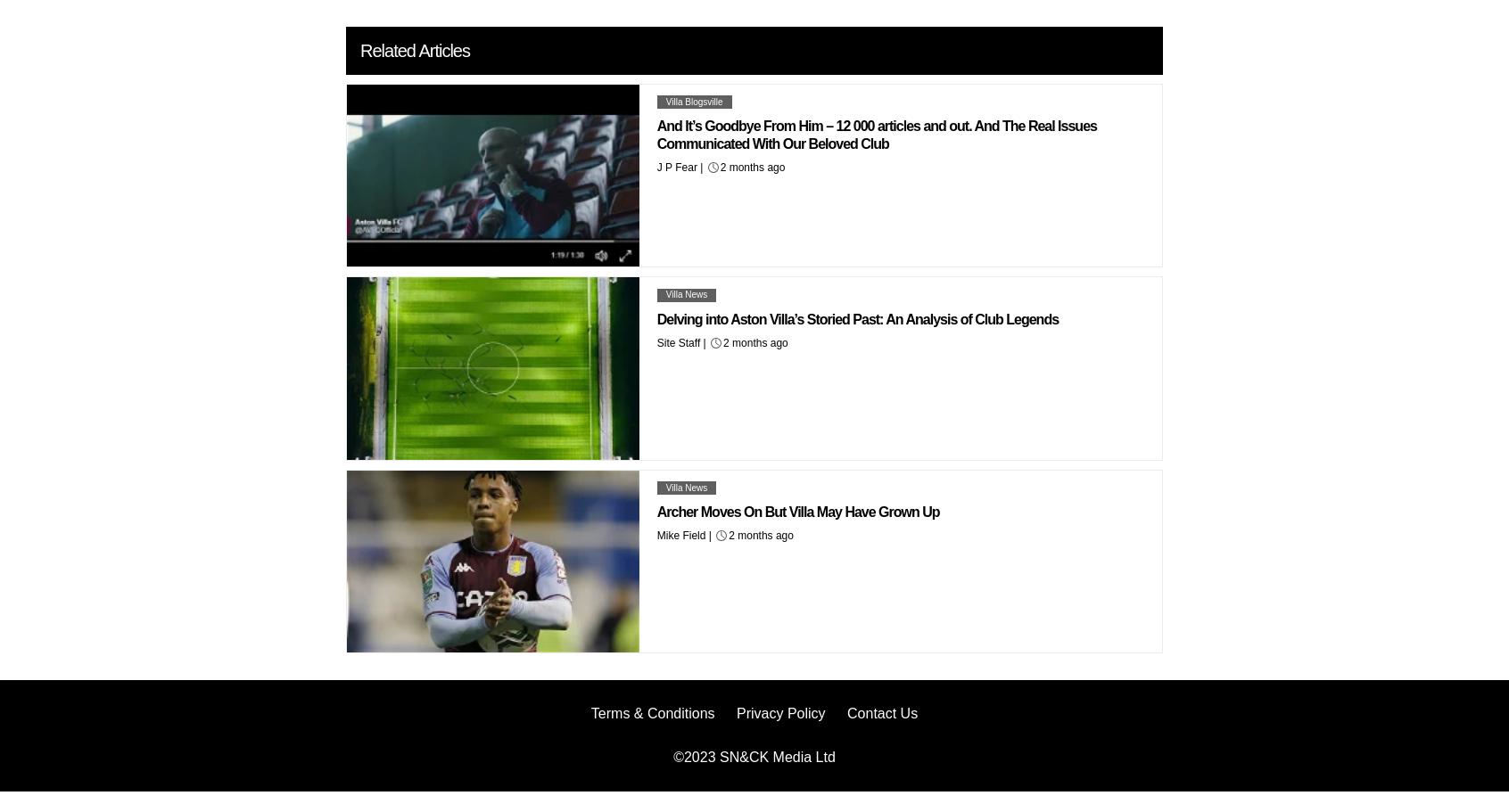  Describe the element at coordinates (656, 318) in the screenshot. I see `'Delving into Aston Villa’s Storied Past: An Analysis of Club Legends'` at that location.